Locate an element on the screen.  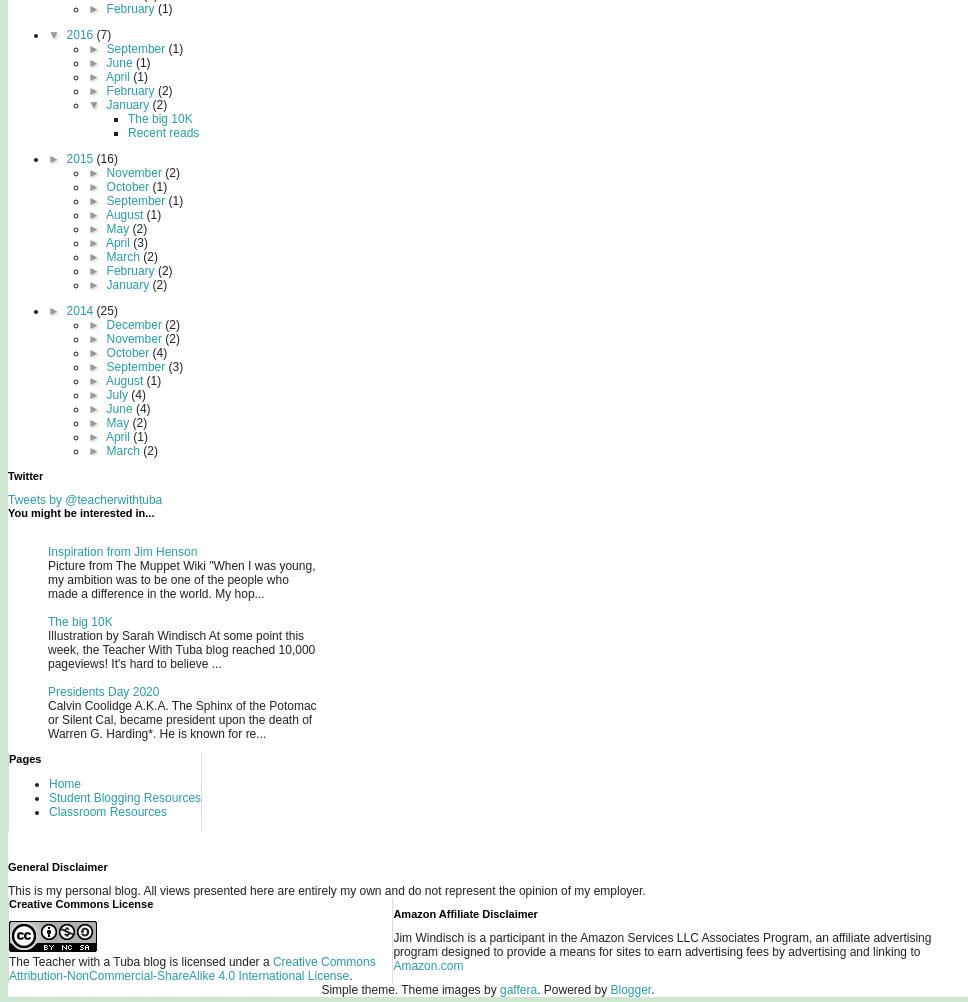
'(7)' is located at coordinates (103, 33).